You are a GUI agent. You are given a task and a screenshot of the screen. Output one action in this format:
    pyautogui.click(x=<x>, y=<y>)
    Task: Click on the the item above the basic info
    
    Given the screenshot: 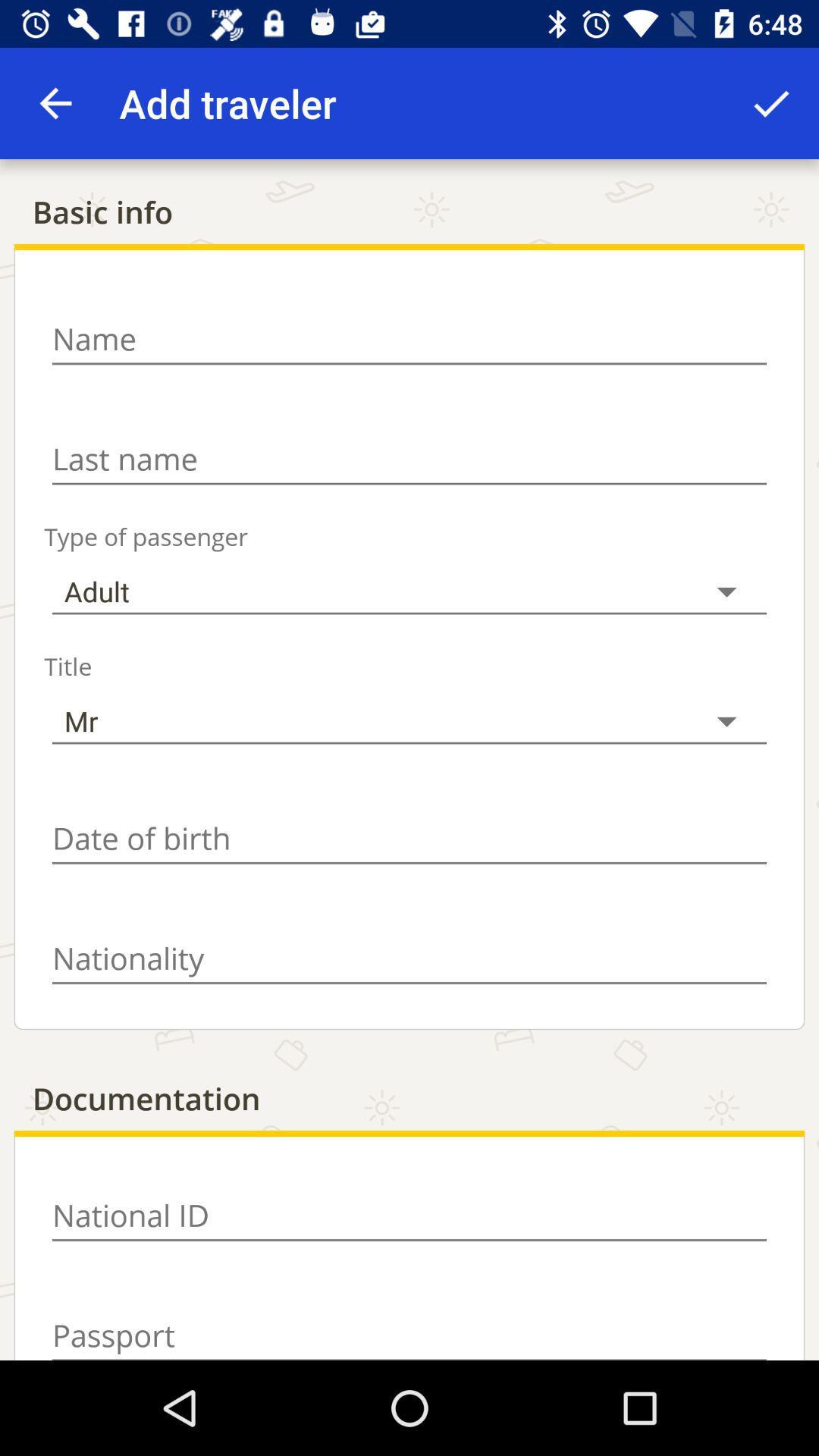 What is the action you would take?
    pyautogui.click(x=771, y=102)
    